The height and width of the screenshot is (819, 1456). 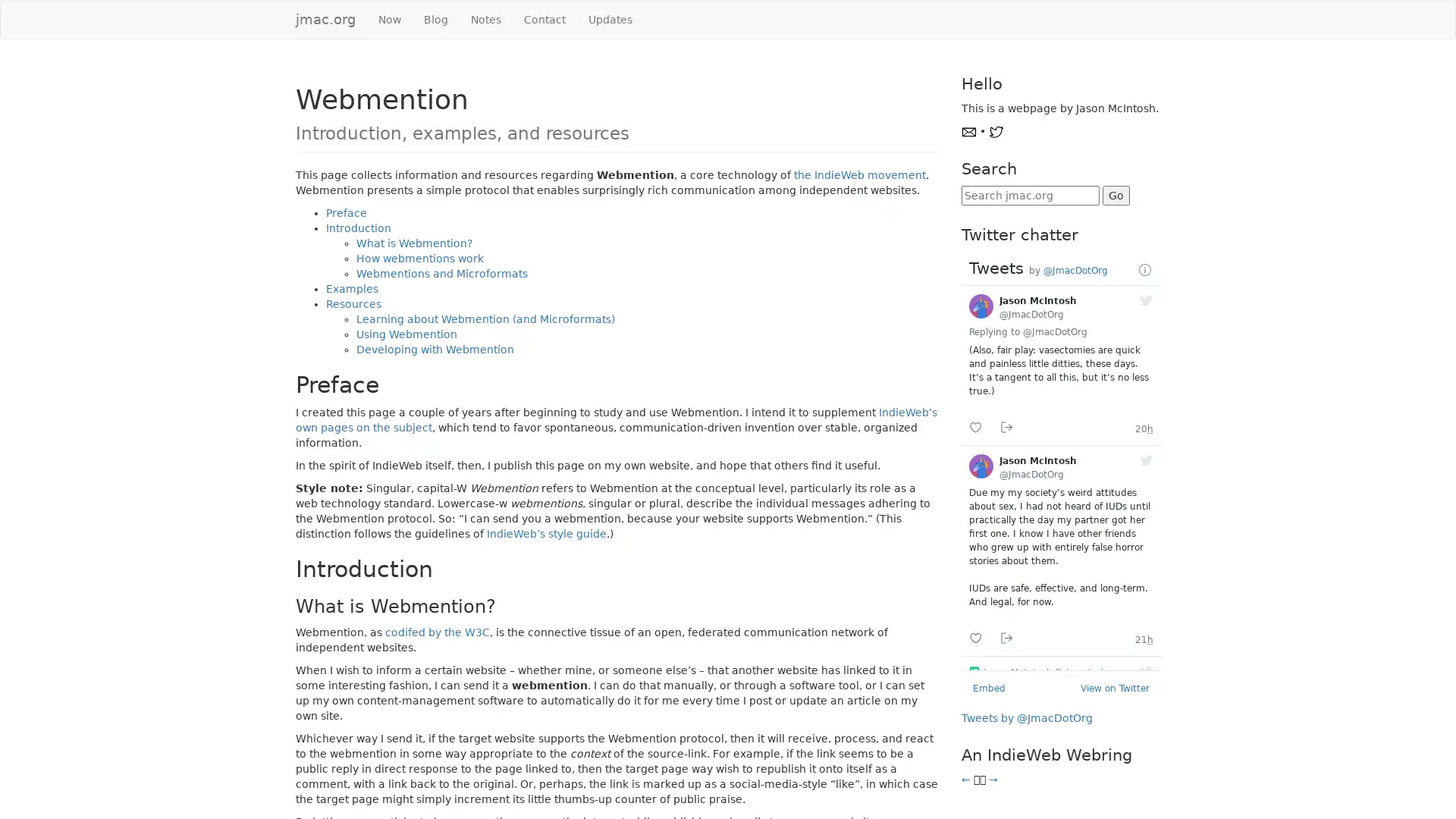 I want to click on Go, so click(x=1115, y=195).